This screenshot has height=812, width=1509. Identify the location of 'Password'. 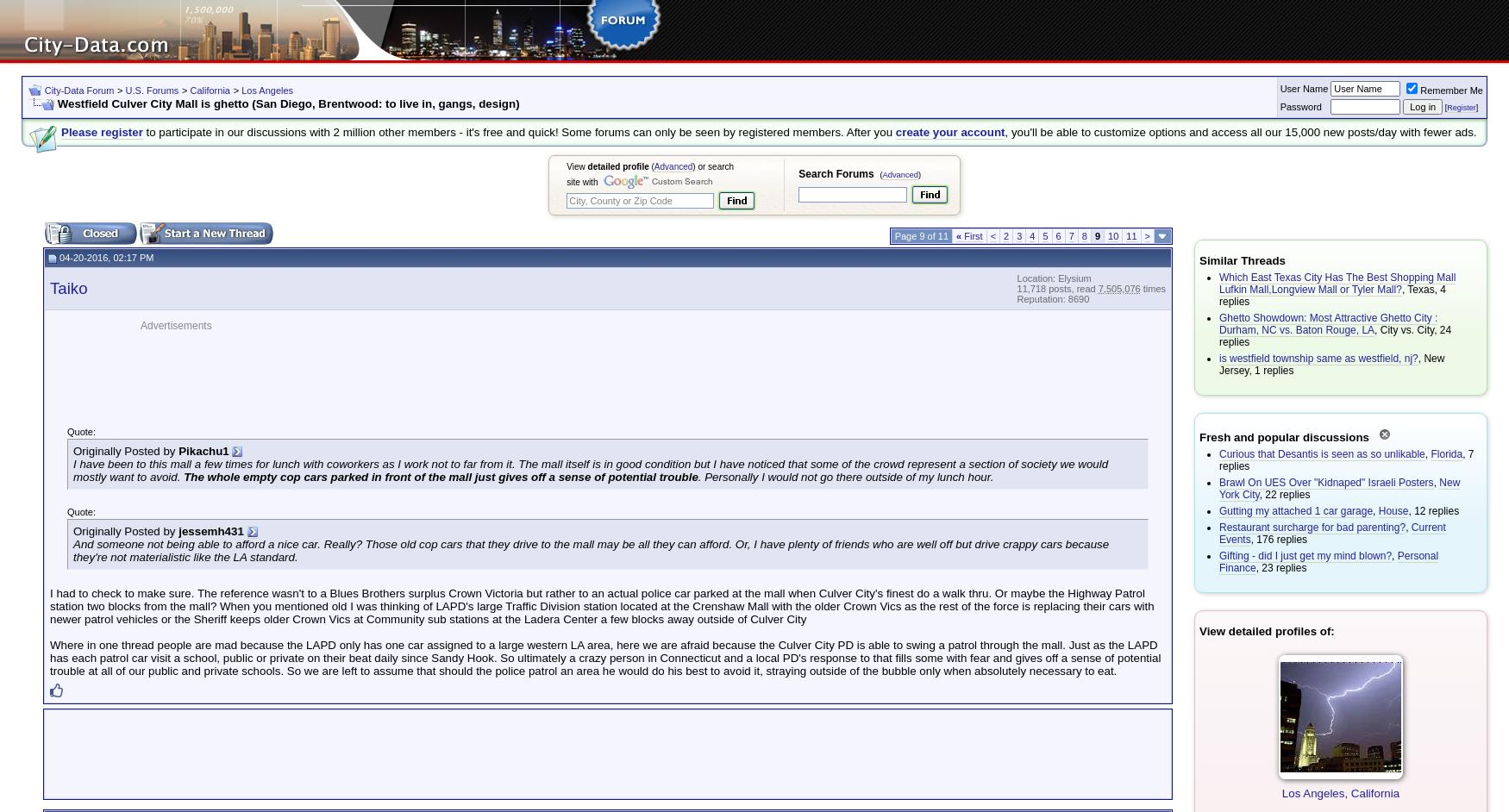
(1299, 106).